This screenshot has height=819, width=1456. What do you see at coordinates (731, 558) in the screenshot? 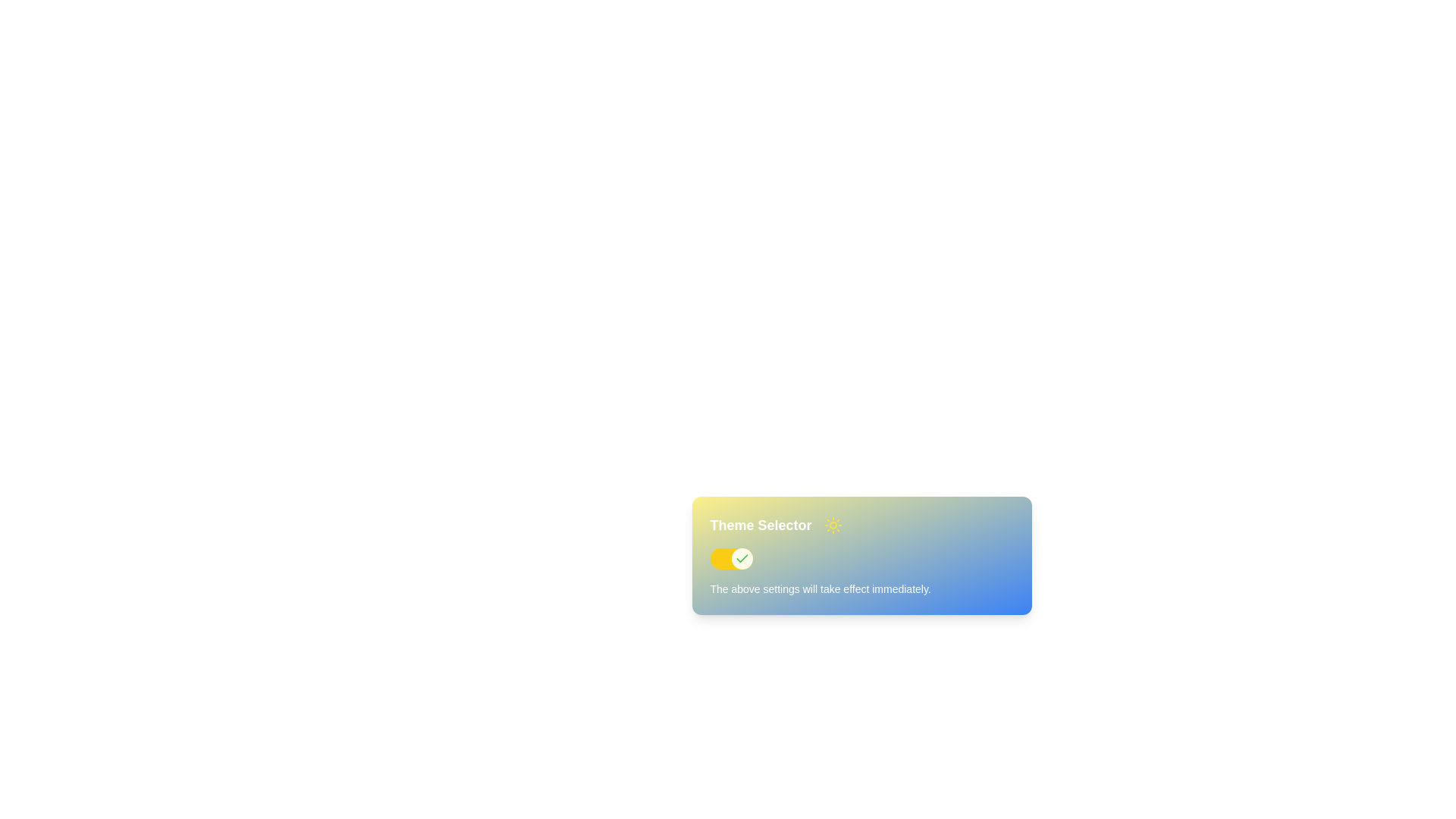
I see `the toggle switch with a rounded yellow background and a white knob containing a green checkmark, located below 'Theme Selector'` at bounding box center [731, 558].